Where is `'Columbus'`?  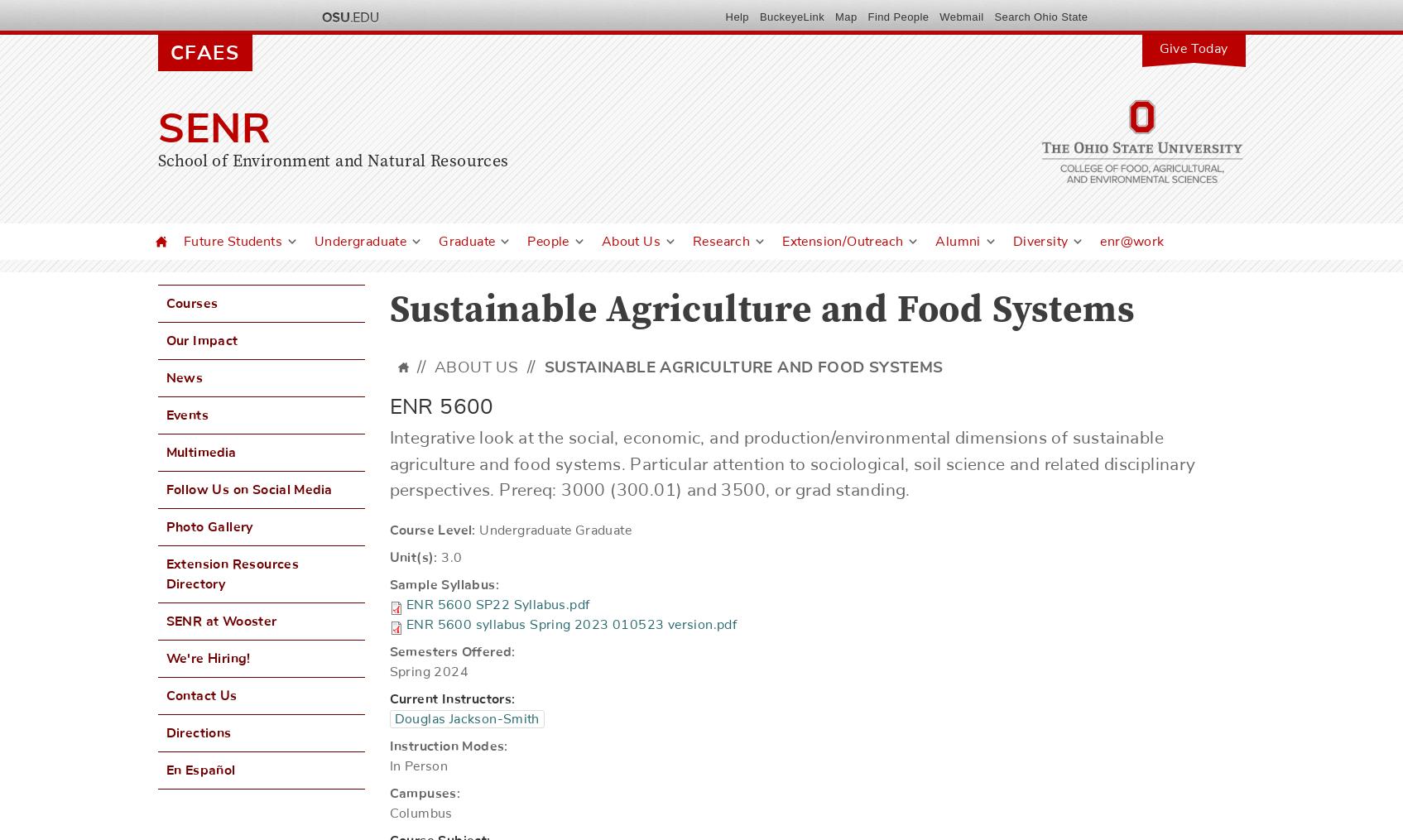
'Columbus' is located at coordinates (419, 813).